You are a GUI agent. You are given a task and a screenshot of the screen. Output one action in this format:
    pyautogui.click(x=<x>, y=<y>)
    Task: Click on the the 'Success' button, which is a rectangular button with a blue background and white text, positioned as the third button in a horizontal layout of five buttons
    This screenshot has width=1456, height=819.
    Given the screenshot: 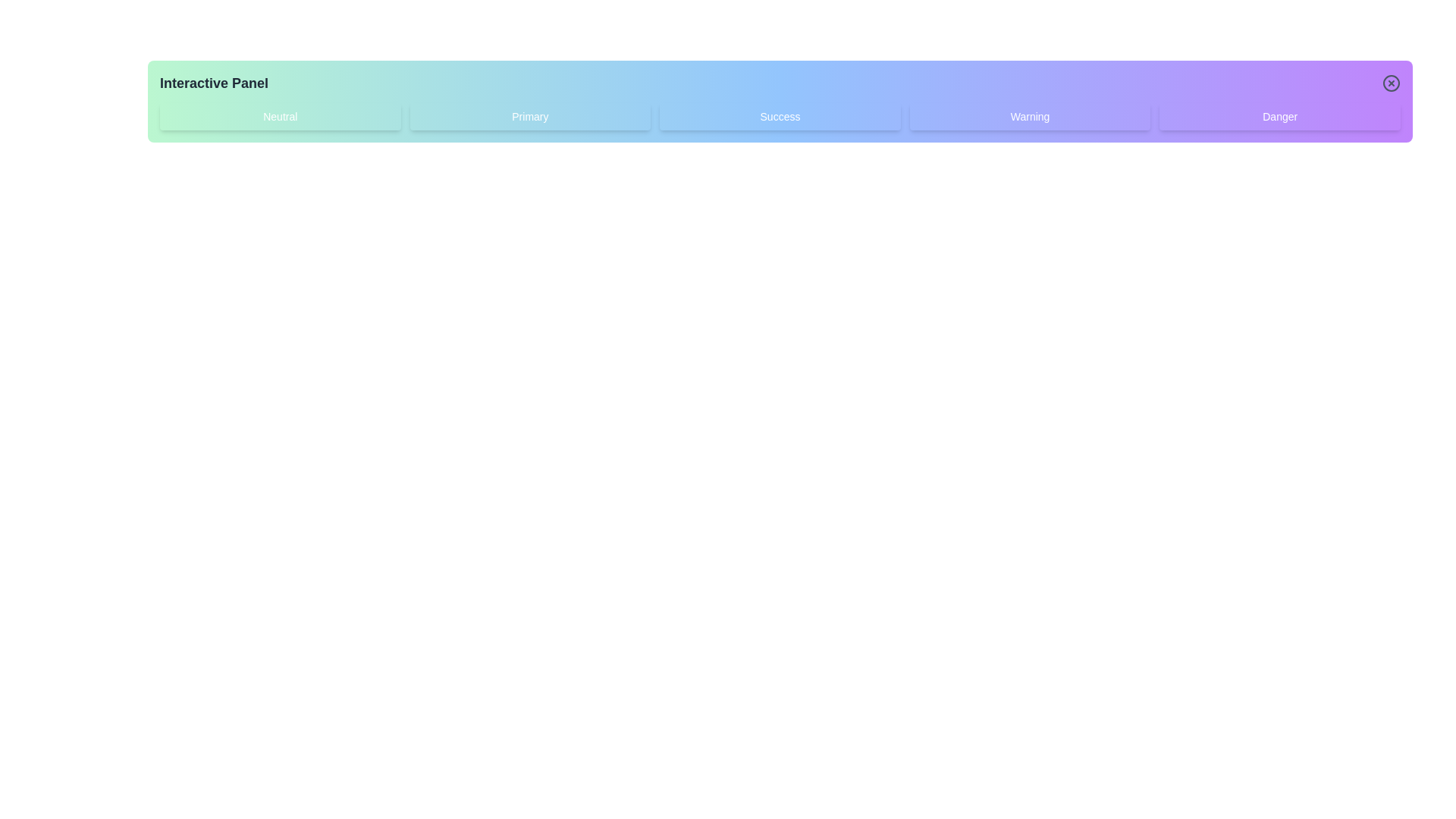 What is the action you would take?
    pyautogui.click(x=780, y=116)
    